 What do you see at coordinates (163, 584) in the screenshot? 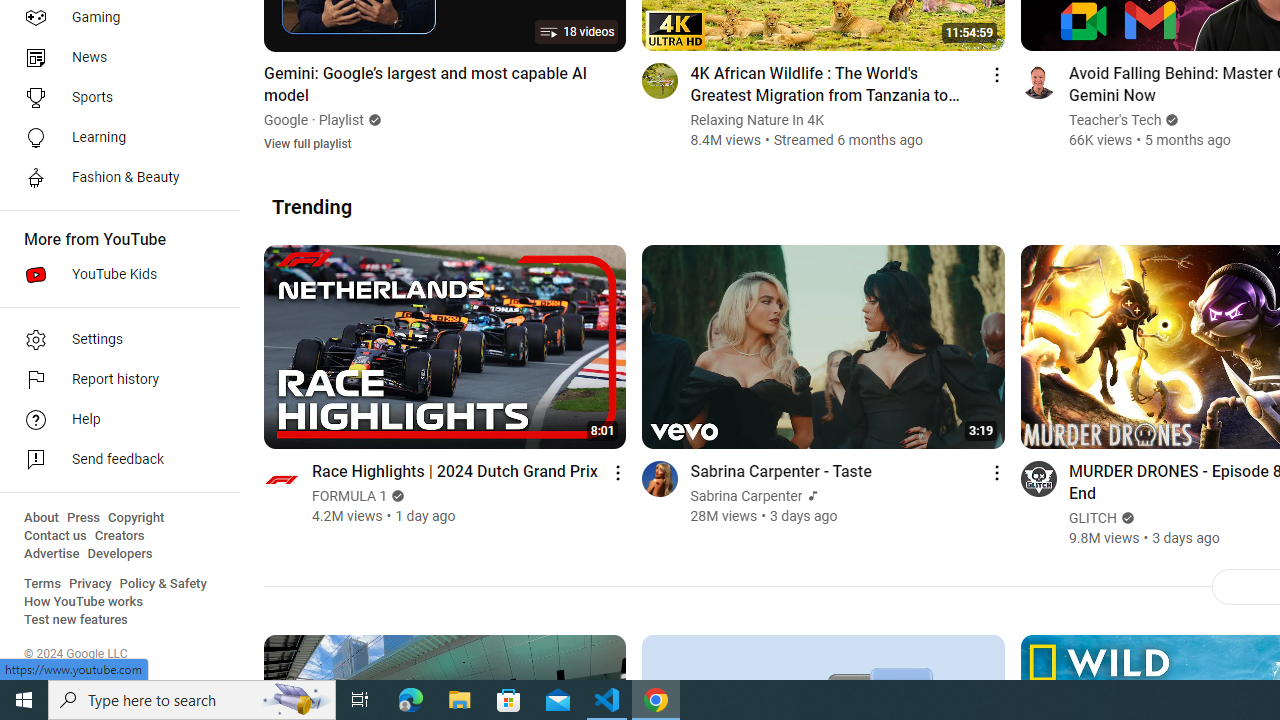
I see `'Policy & Safety'` at bounding box center [163, 584].